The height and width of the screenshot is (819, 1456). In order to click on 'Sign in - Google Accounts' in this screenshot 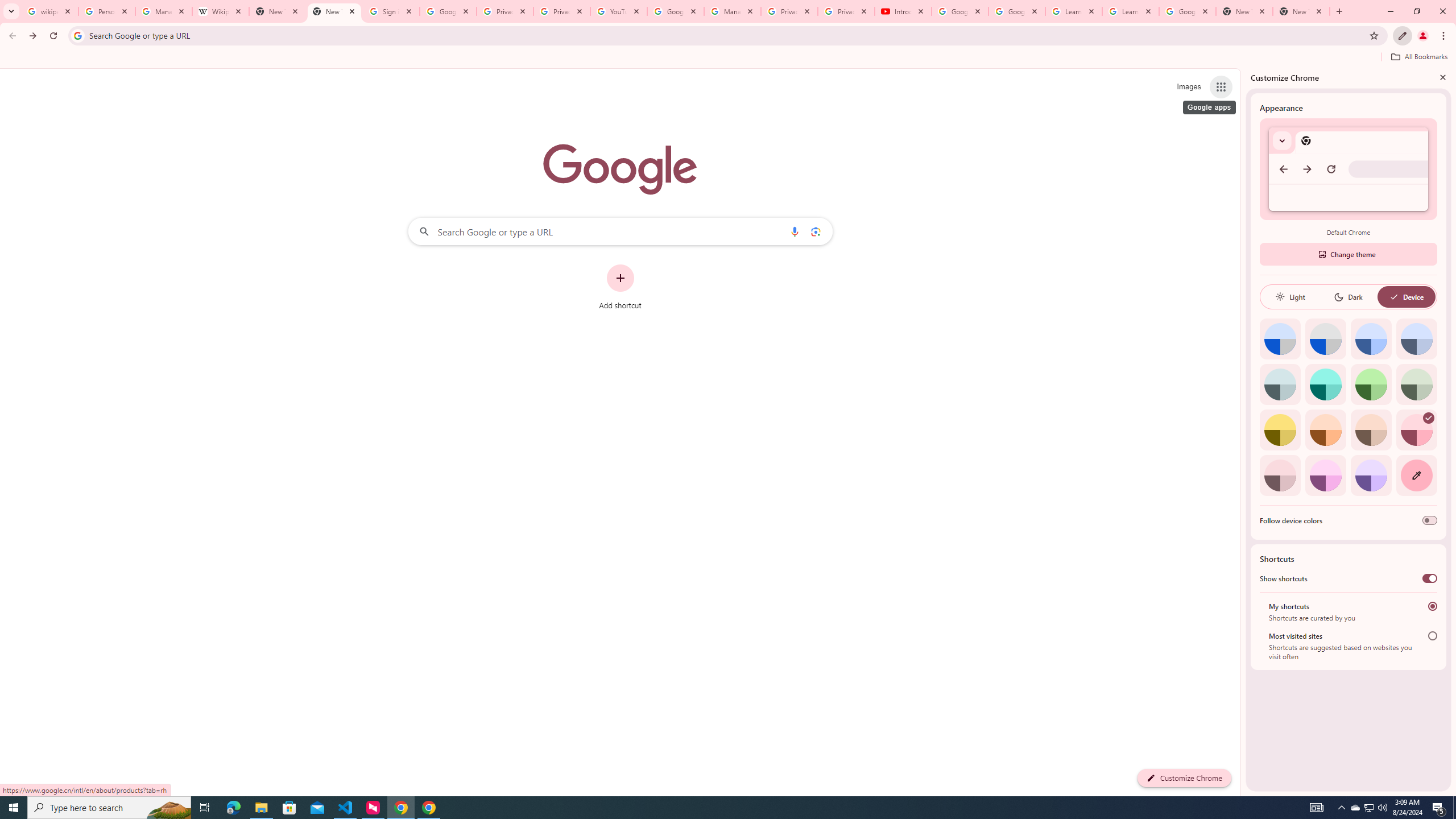, I will do `click(391, 11)`.